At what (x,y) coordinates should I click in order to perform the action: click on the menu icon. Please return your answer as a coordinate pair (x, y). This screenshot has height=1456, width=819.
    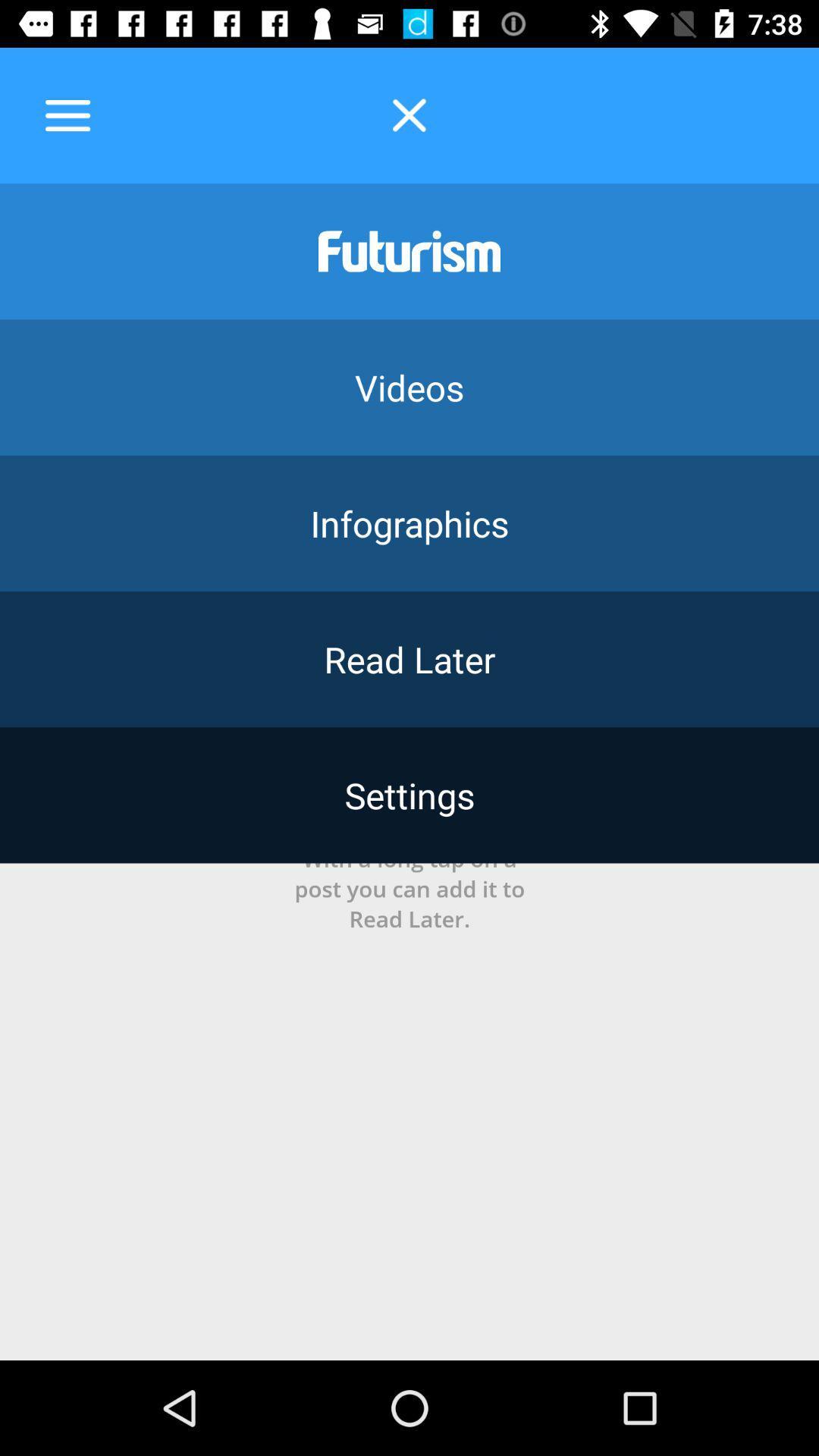
    Looking at the image, I should click on (67, 115).